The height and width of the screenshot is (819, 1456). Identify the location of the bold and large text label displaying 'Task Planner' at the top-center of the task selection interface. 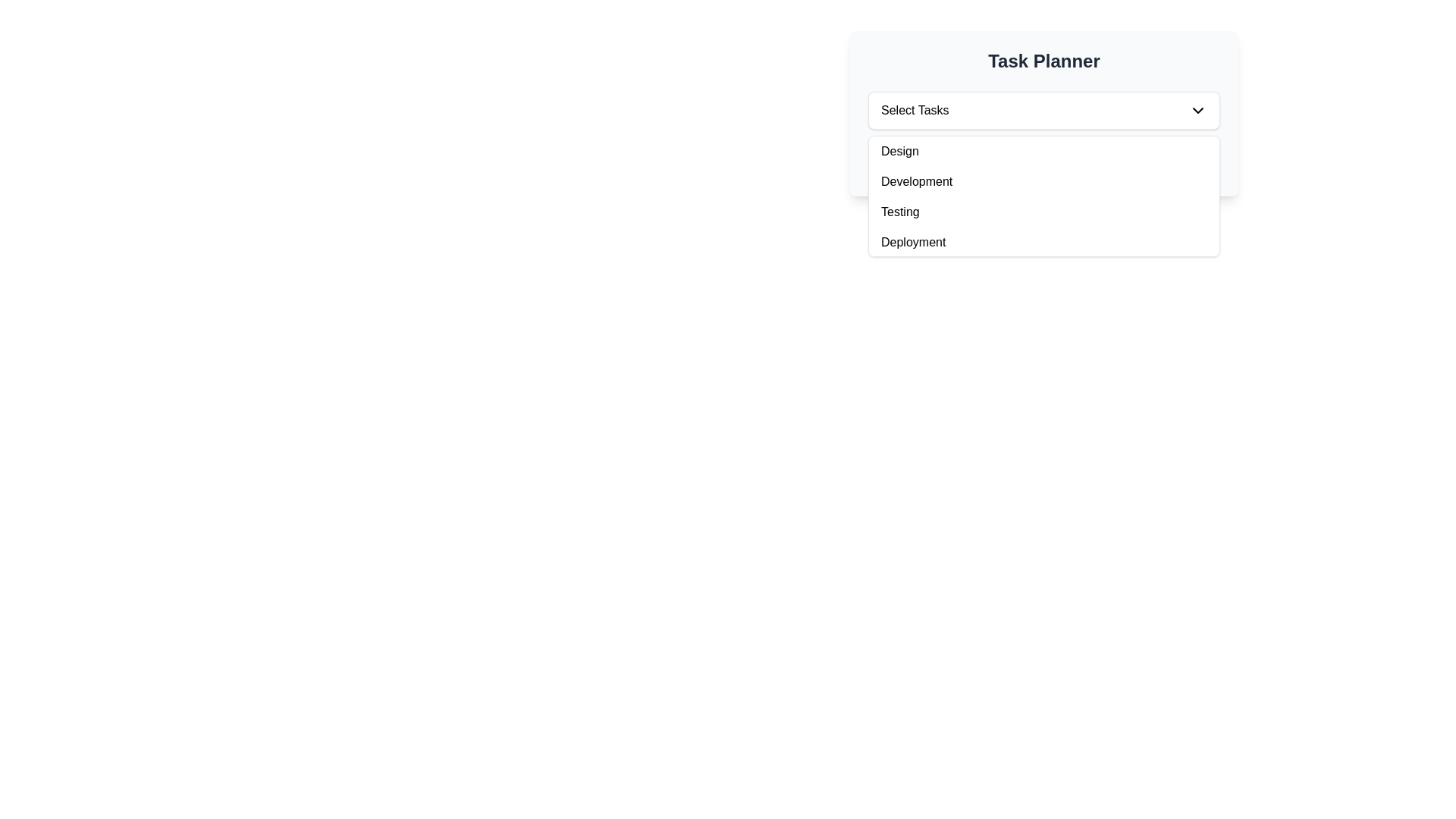
(1043, 61).